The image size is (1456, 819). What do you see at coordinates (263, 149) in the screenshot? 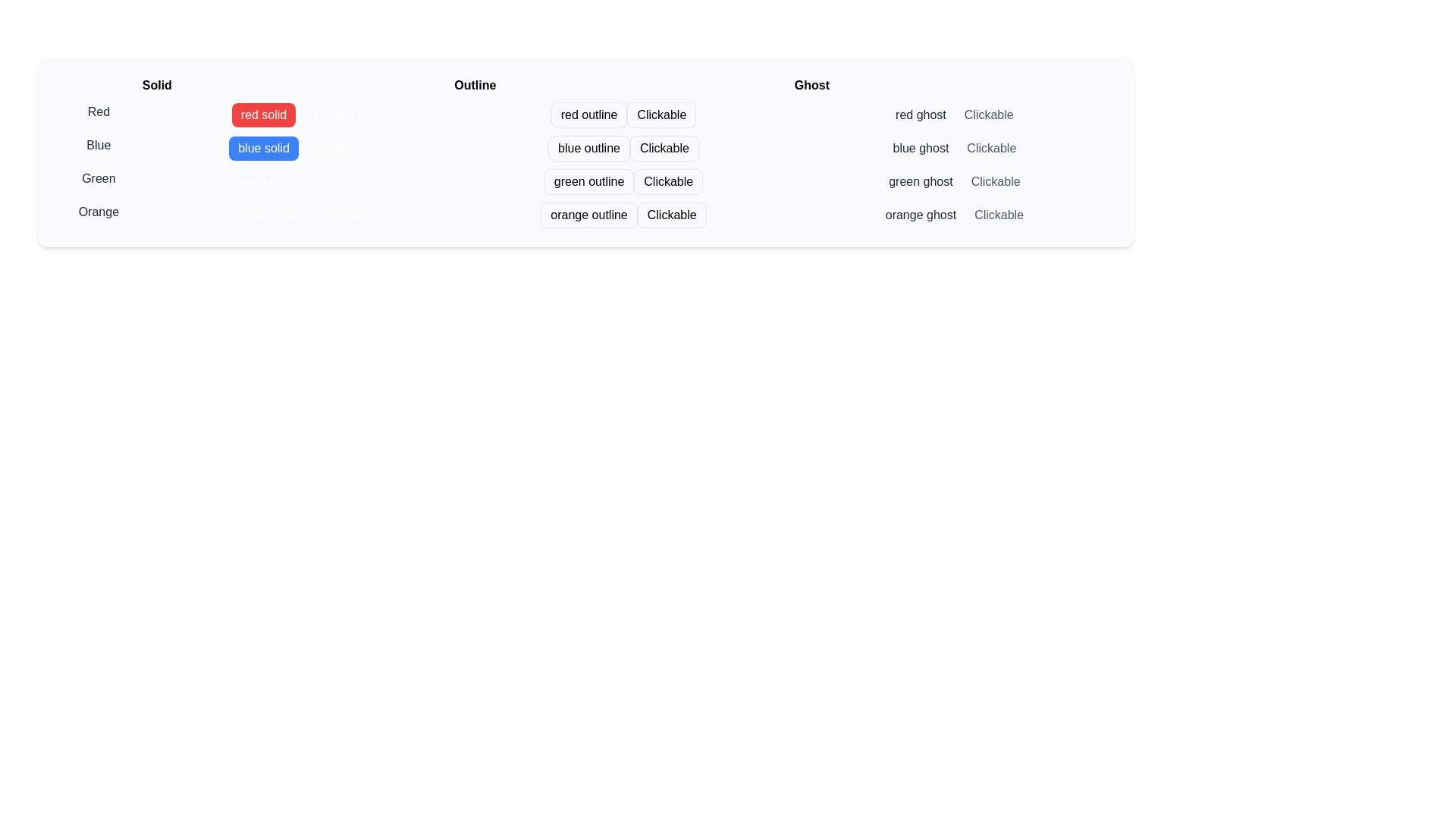
I see `the button labeled 'blue solid', which is the first button in the second row of the 'Solid' column` at bounding box center [263, 149].